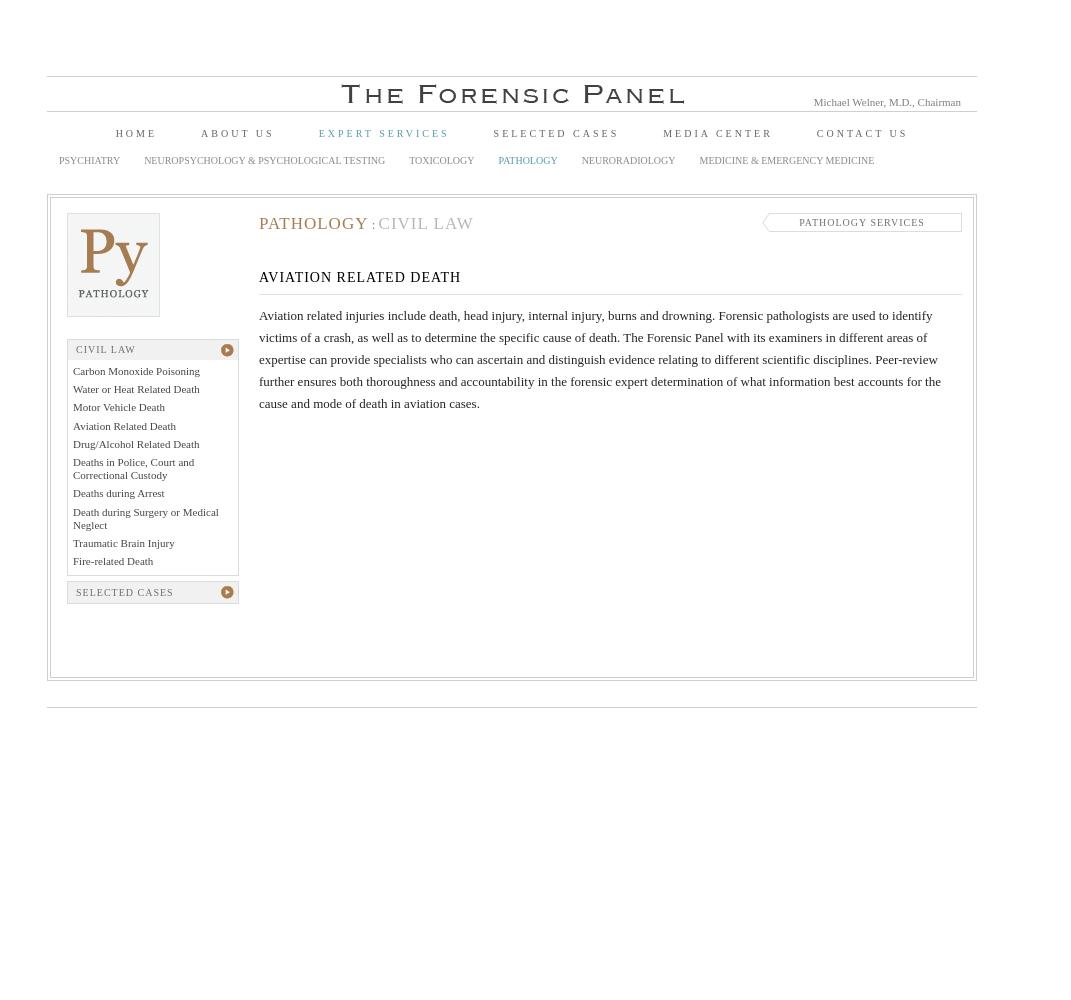 The image size is (1071, 1000). Describe the element at coordinates (136, 442) in the screenshot. I see `'Drug/Alcohol Related Death'` at that location.